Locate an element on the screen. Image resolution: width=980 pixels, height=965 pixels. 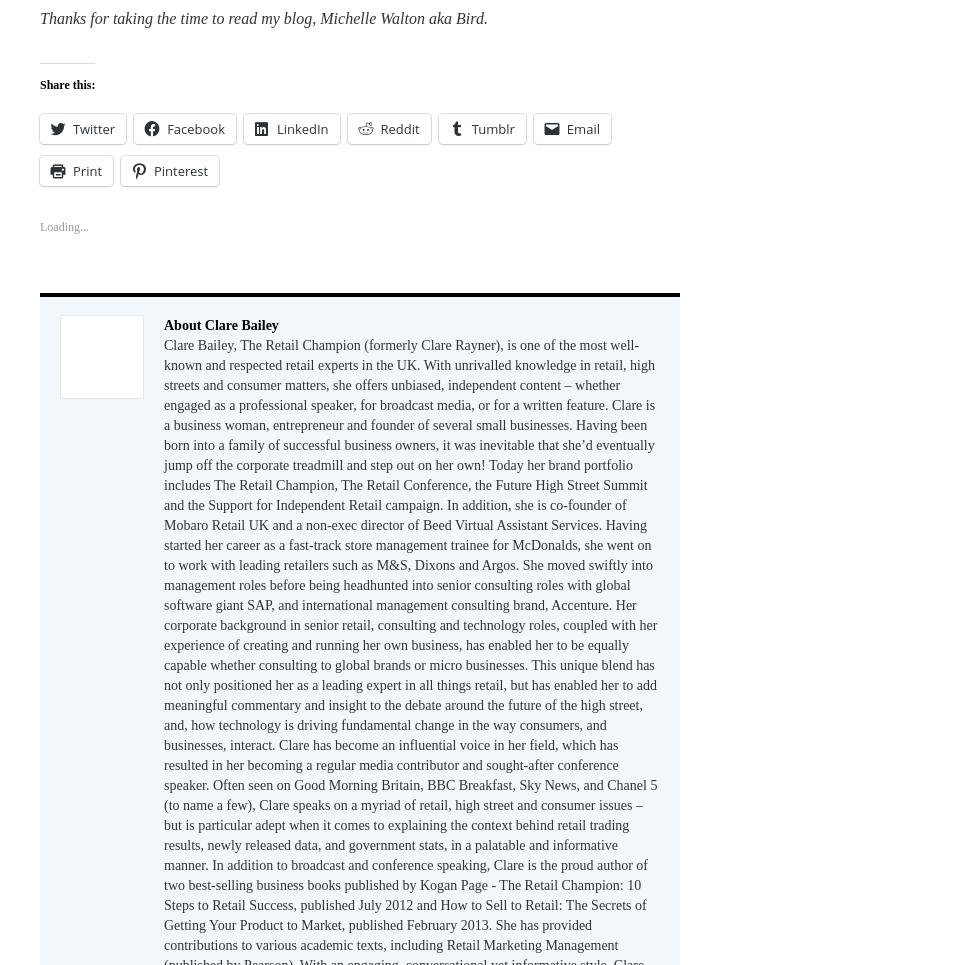
'Email' is located at coordinates (566, 127).